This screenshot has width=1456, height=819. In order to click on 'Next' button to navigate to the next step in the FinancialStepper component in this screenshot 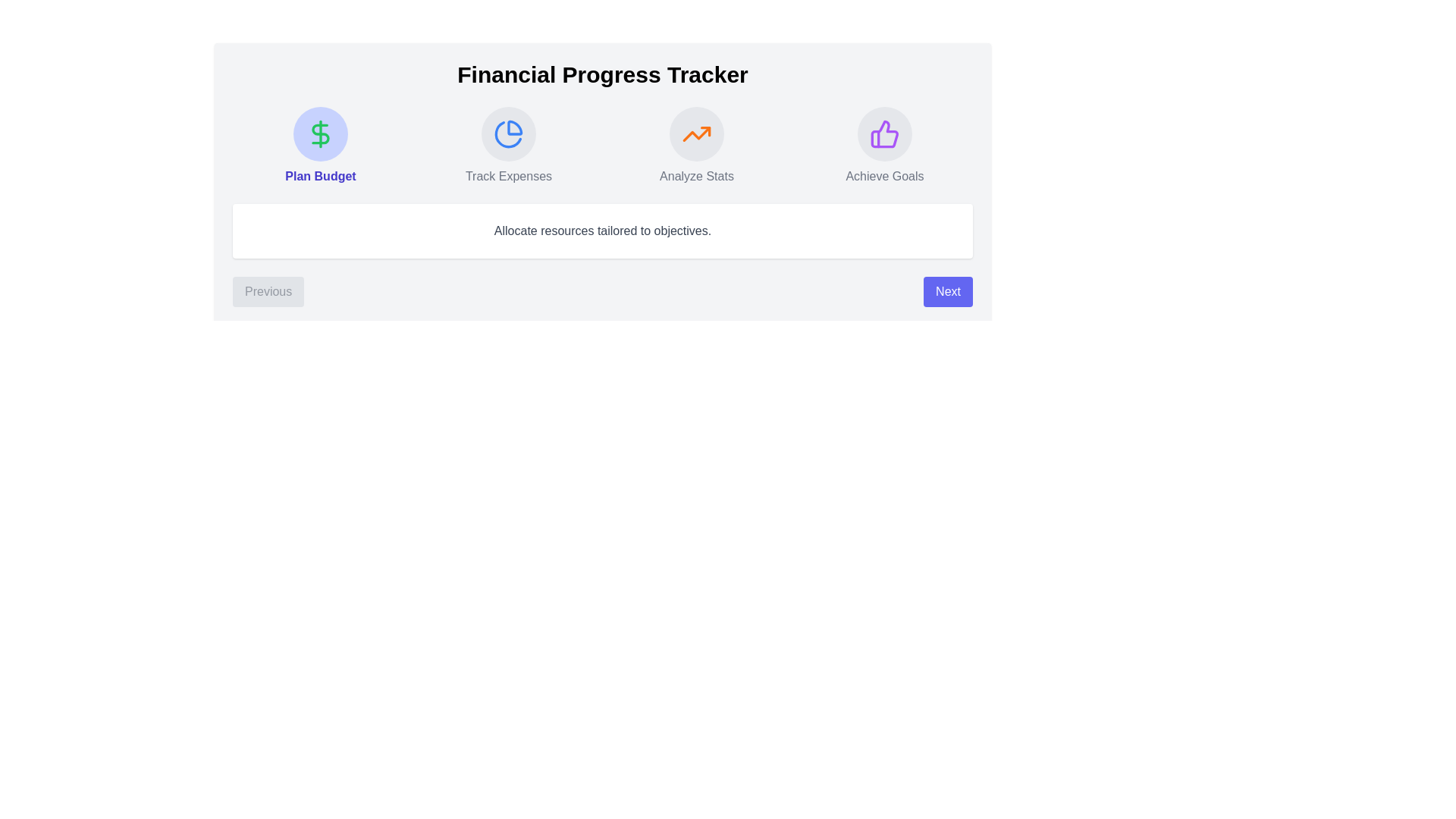, I will do `click(947, 292)`.